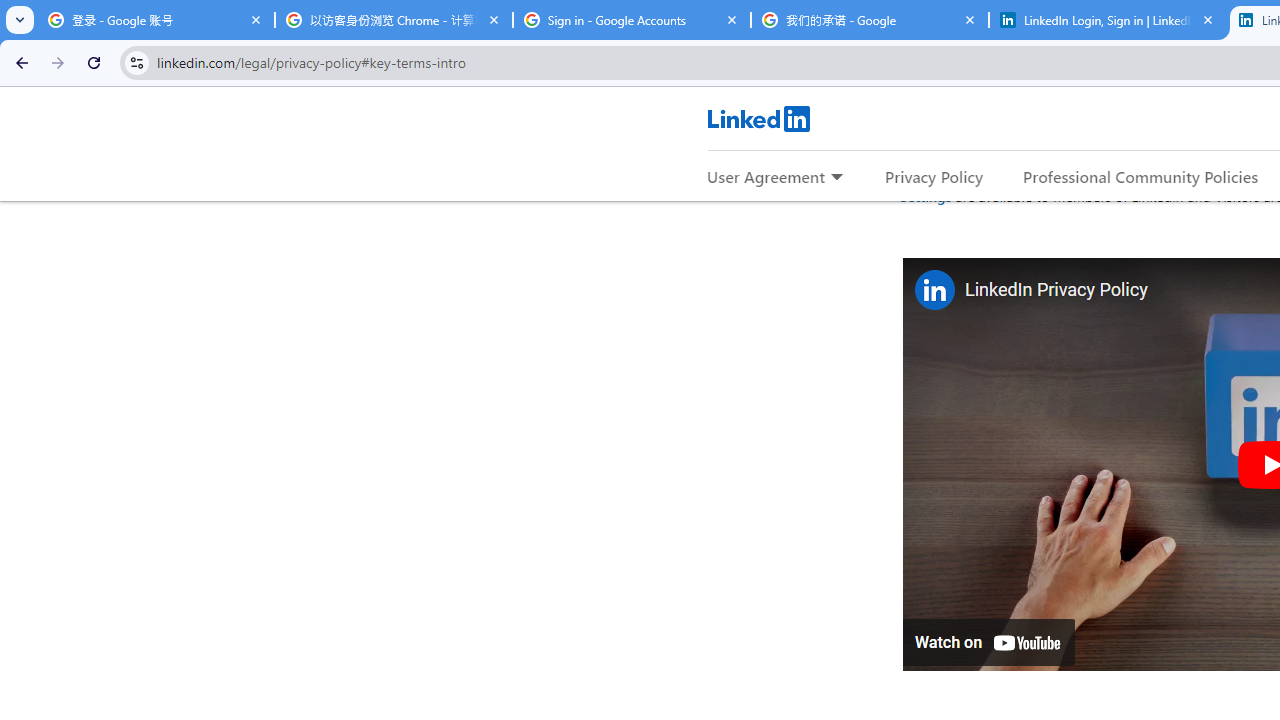  Describe the element at coordinates (631, 20) in the screenshot. I see `'Sign in - Google Accounts'` at that location.